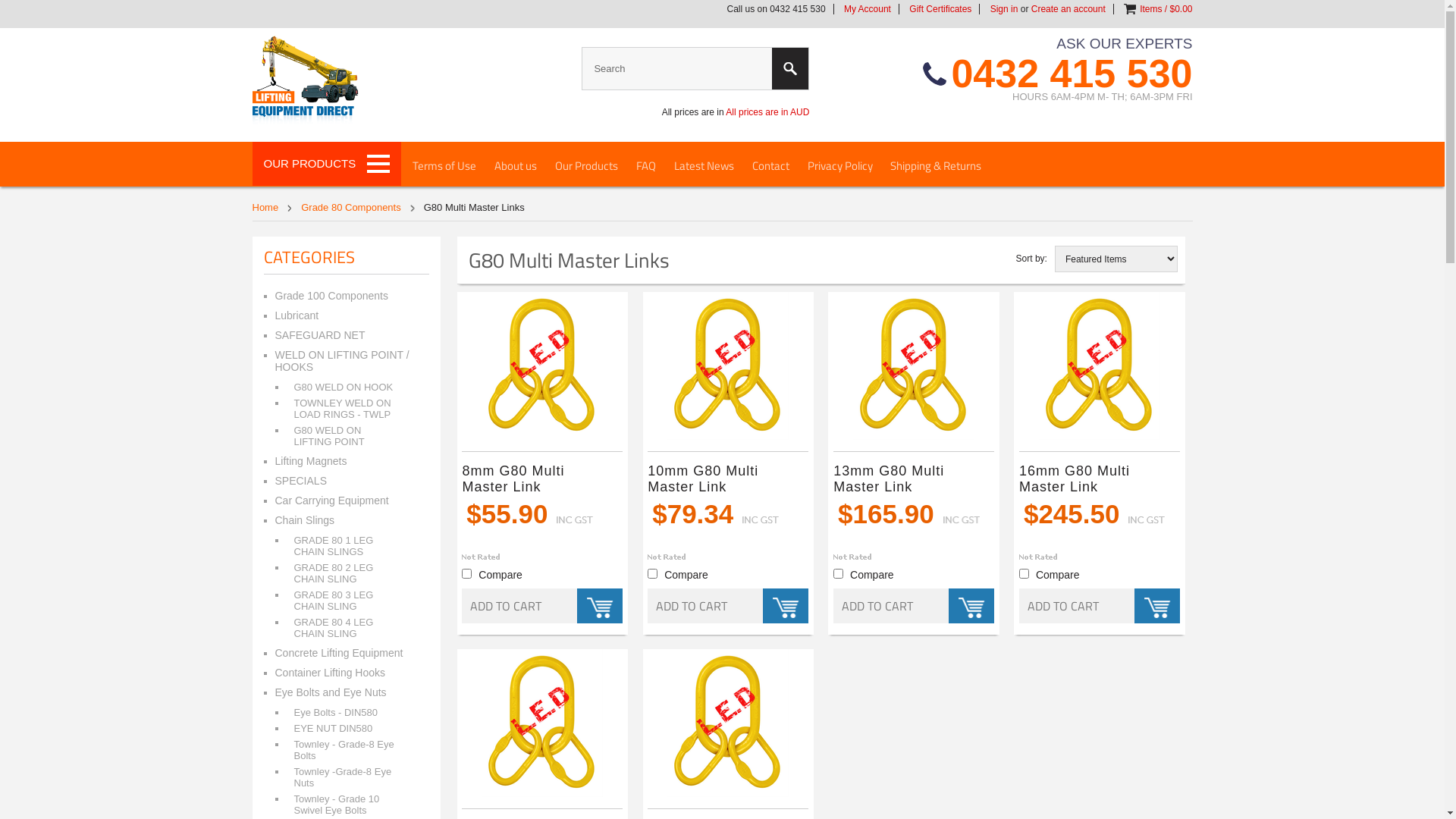 The image size is (1456, 819). Describe the element at coordinates (271, 207) in the screenshot. I see `'Home'` at that location.